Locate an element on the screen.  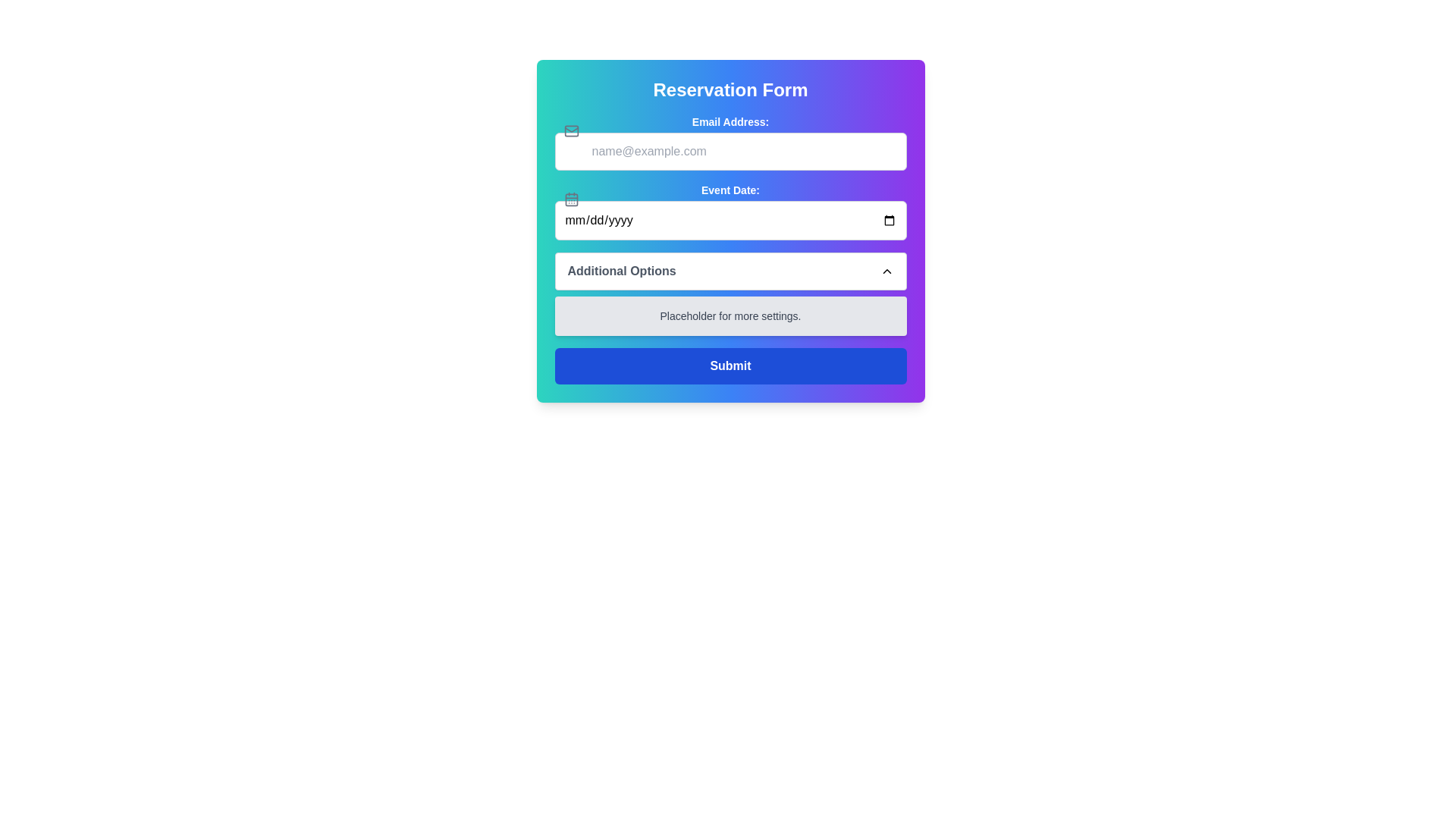
the Date Input Field, which is the second input field in the 'Reservation Form' section is located at coordinates (730, 211).